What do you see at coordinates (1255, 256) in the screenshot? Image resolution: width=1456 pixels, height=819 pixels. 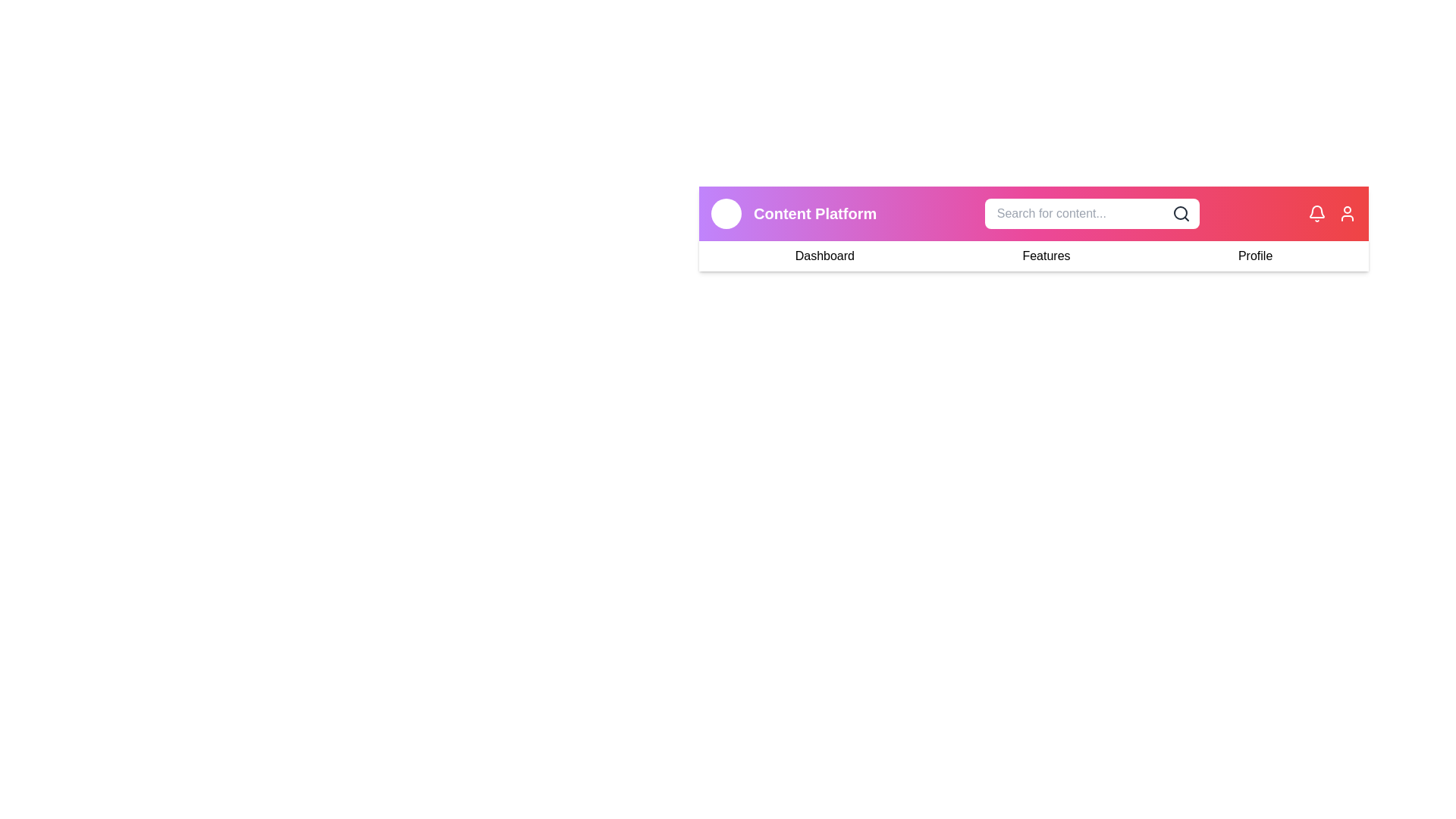 I see `the Profile navigation link` at bounding box center [1255, 256].